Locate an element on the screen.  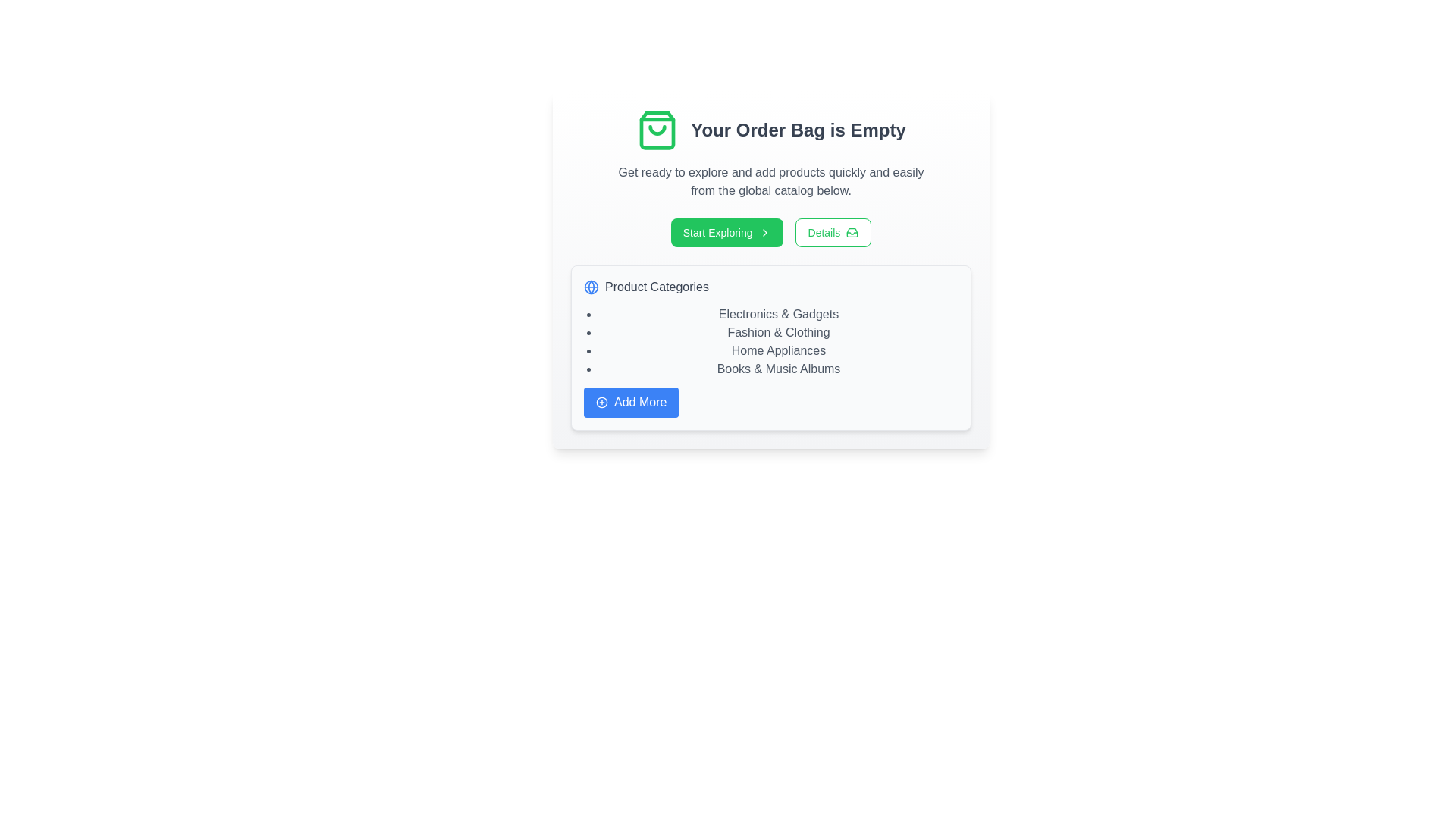
the icon representing the global or category-related concept located in the top-left corner of the 'Product Categories' heading block, next to the text label is located at coordinates (590, 287).